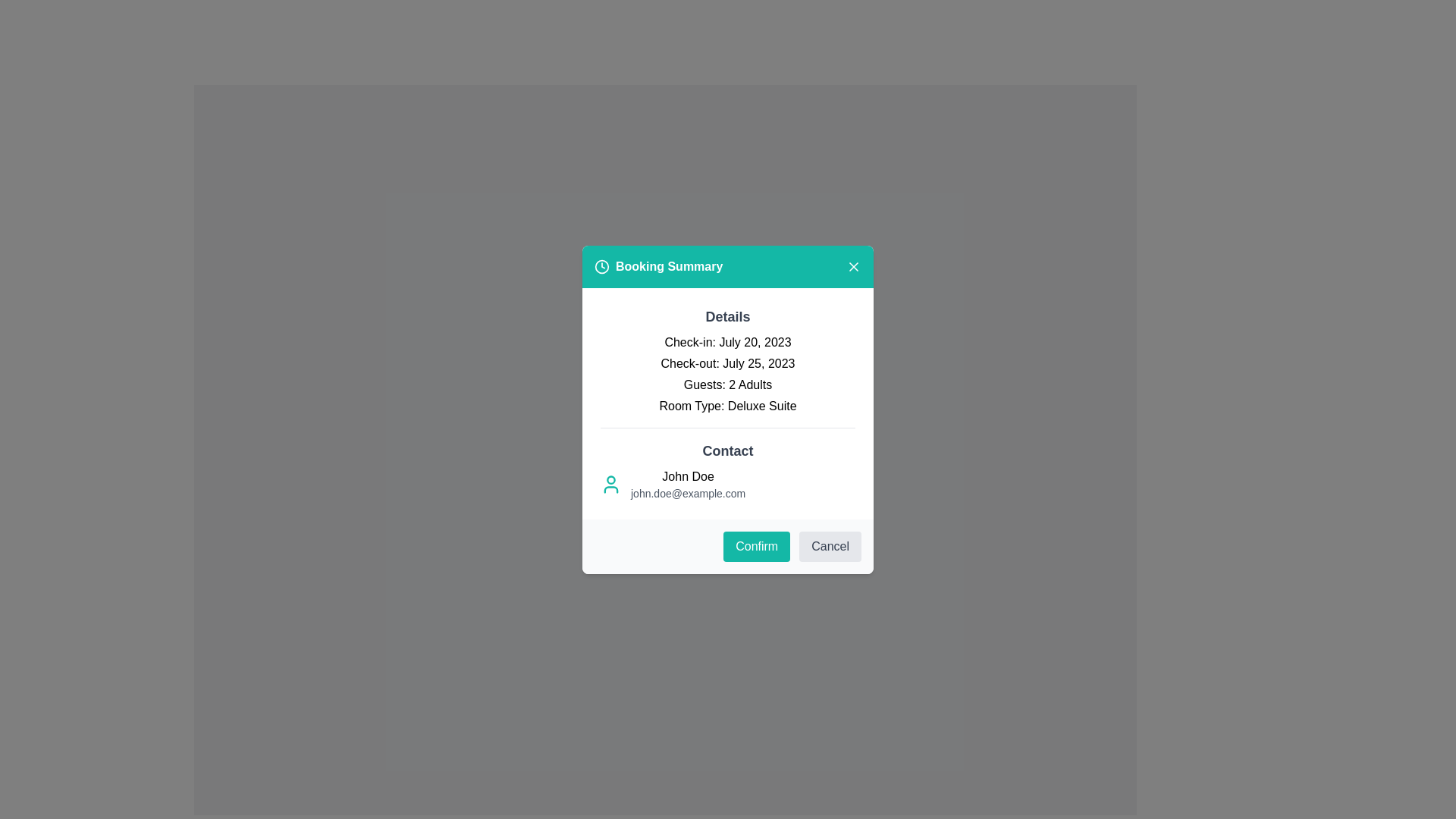 The height and width of the screenshot is (819, 1456). I want to click on the Close Icon located in the top-right corner of the modal dialog's header section, so click(854, 265).